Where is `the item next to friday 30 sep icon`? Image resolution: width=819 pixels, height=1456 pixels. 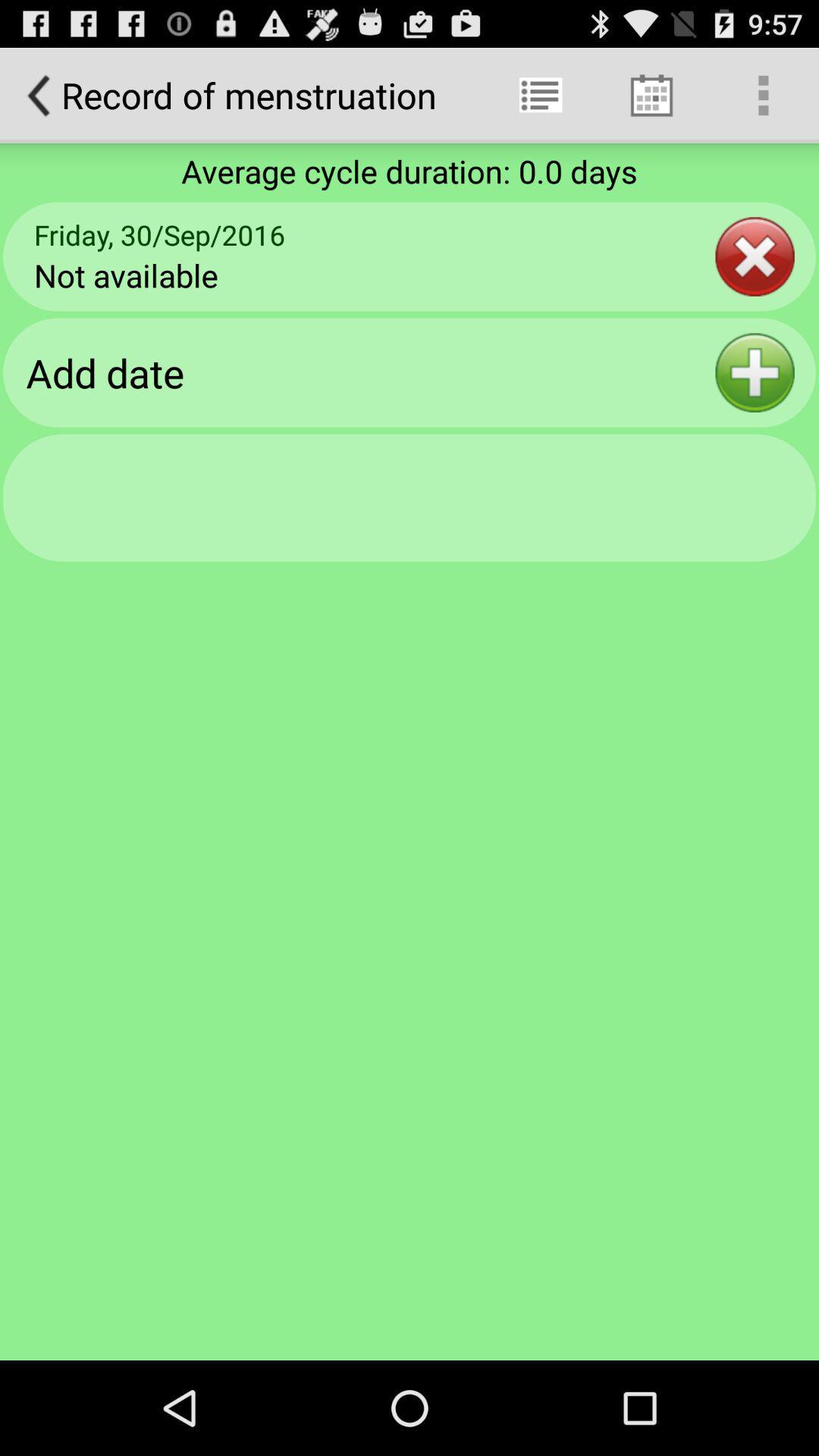
the item next to friday 30 sep icon is located at coordinates (755, 256).